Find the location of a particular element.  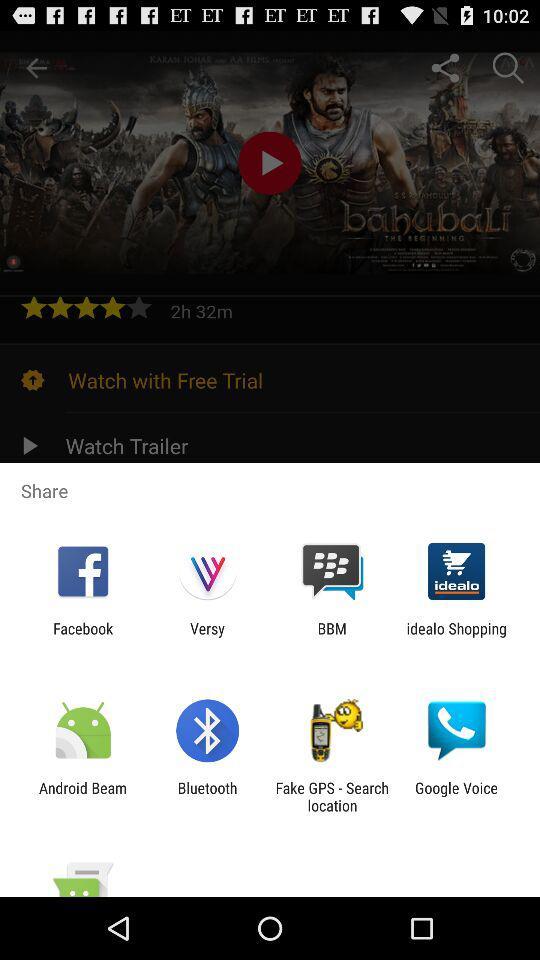

the item next to the facebook app is located at coordinates (206, 636).